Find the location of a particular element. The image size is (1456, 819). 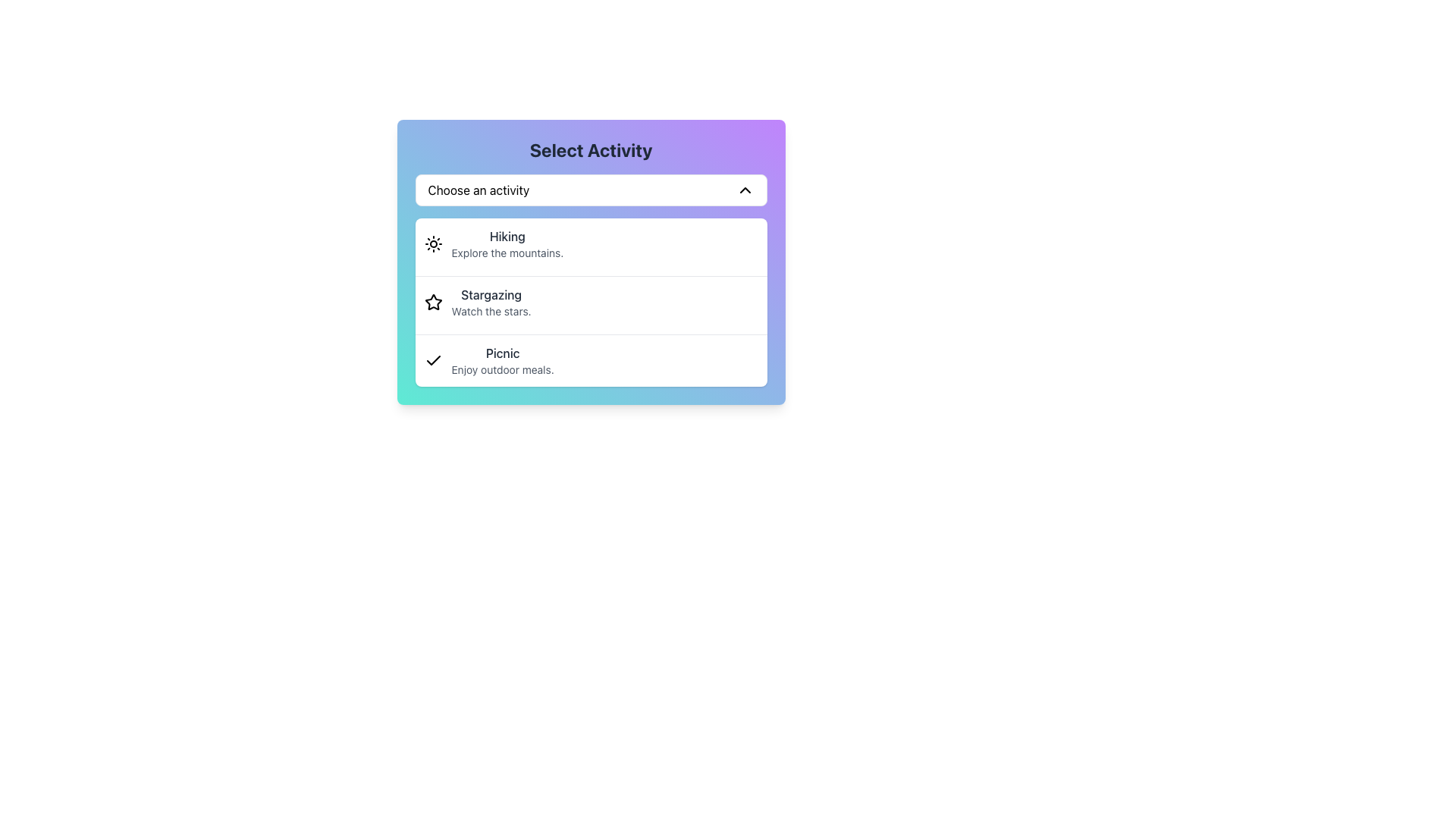

text label providing additional context for the 'Picnic' option located within the dropdown under 'Select Activity' is located at coordinates (503, 370).